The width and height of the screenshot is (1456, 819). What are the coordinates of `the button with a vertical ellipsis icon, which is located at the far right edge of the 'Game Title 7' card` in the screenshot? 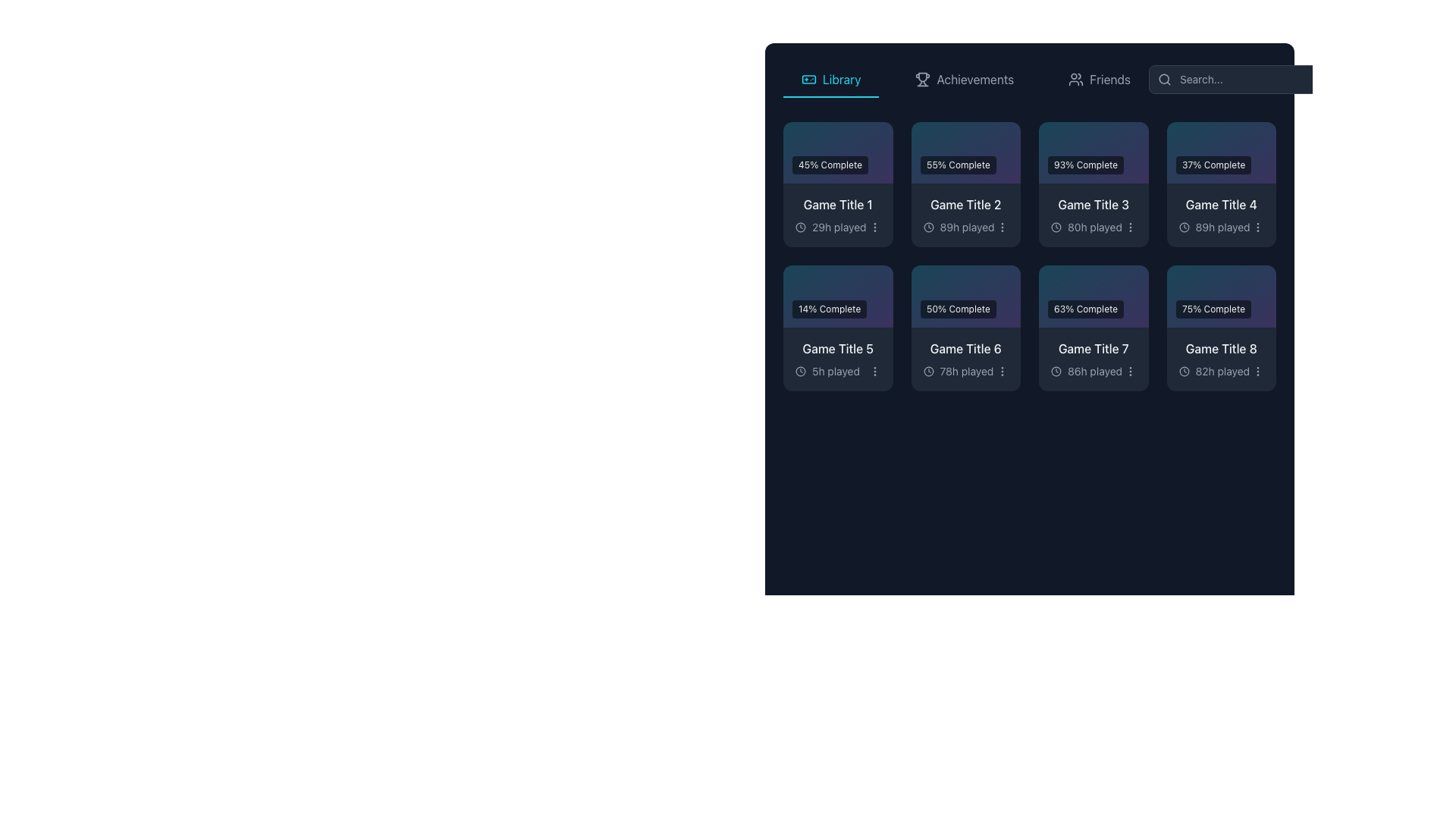 It's located at (1130, 371).